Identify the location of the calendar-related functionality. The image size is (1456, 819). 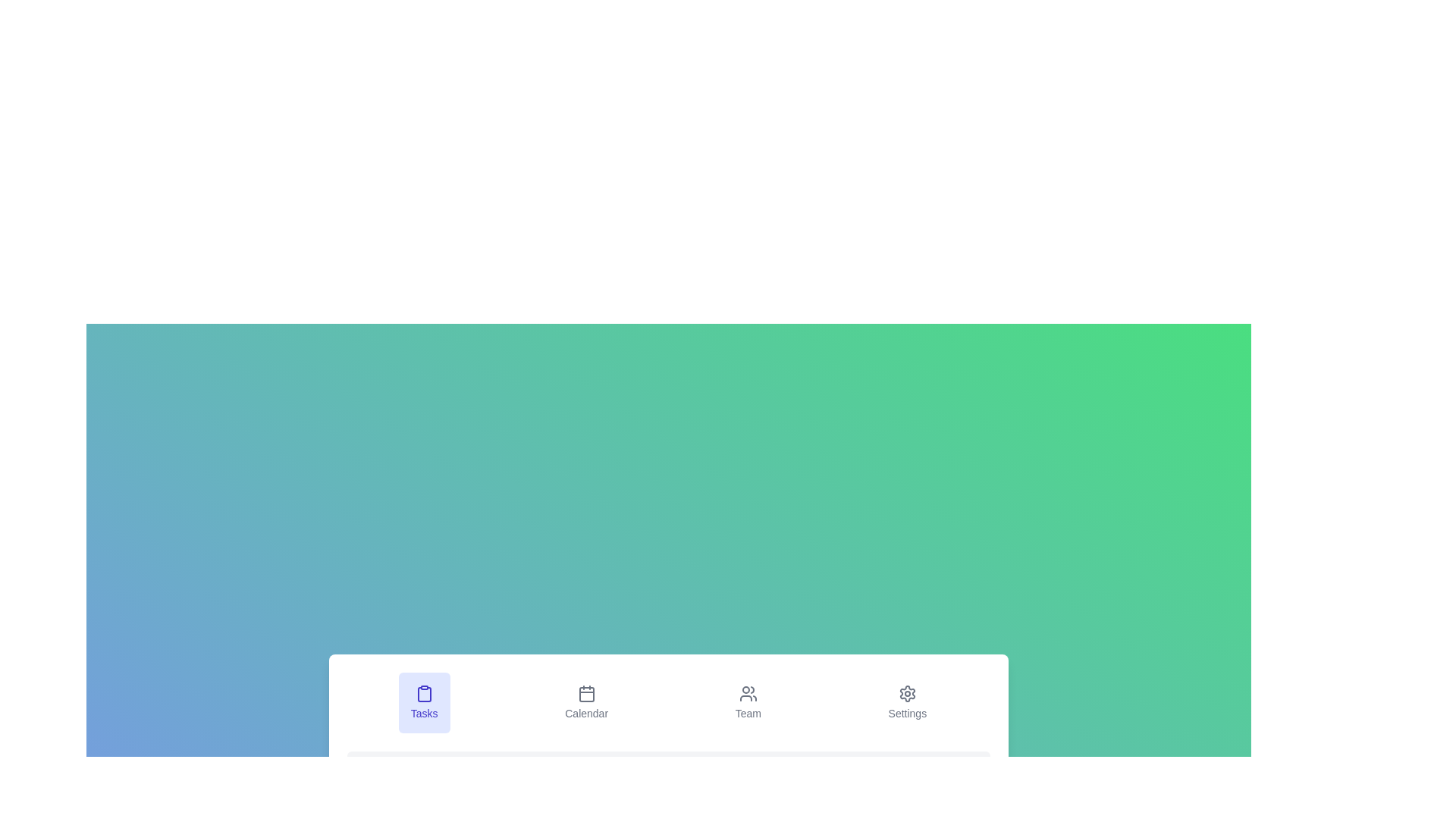
(585, 714).